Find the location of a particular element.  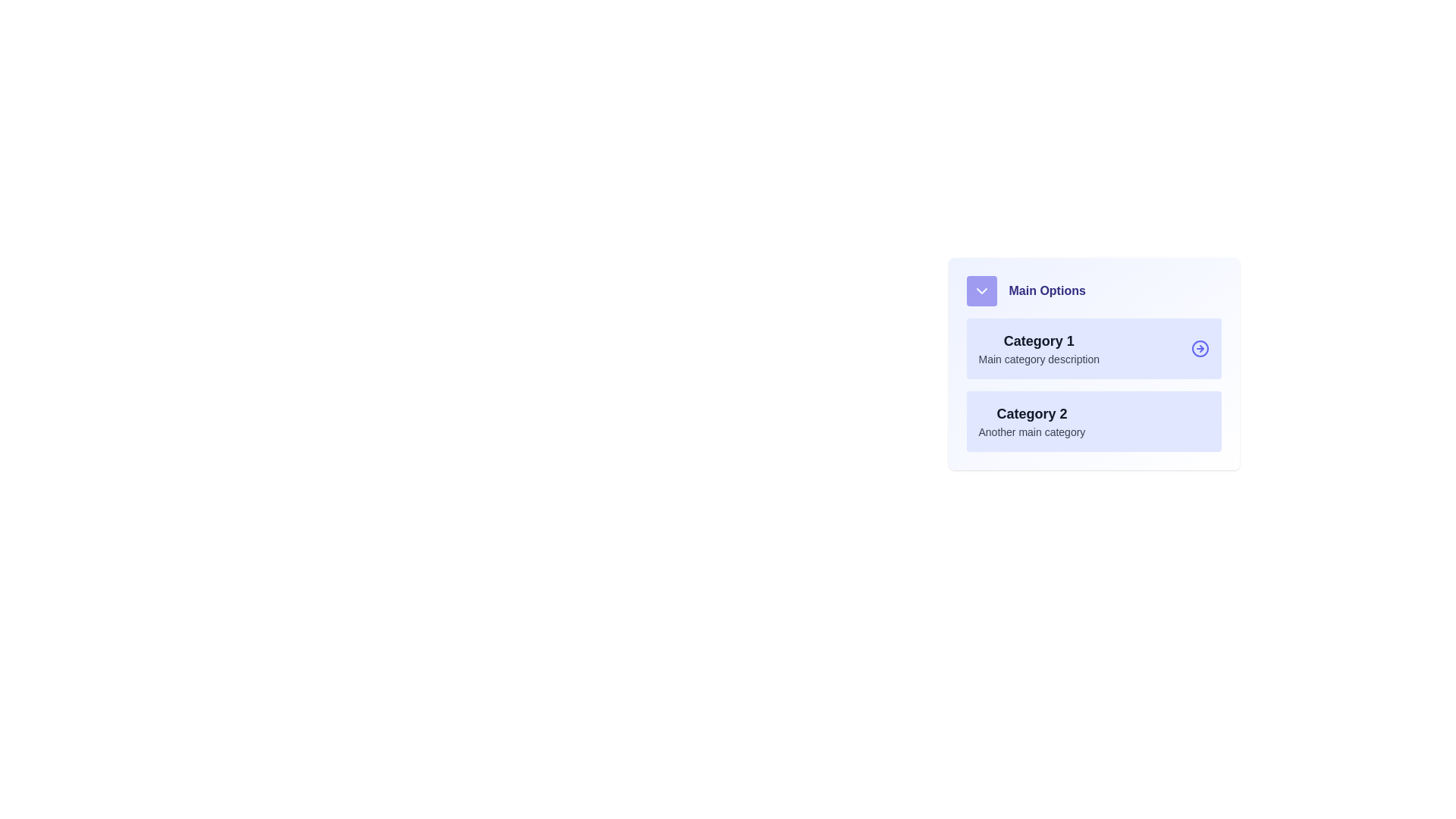

the button with a dark indigo background and a white downward-pointing chevron is located at coordinates (981, 291).